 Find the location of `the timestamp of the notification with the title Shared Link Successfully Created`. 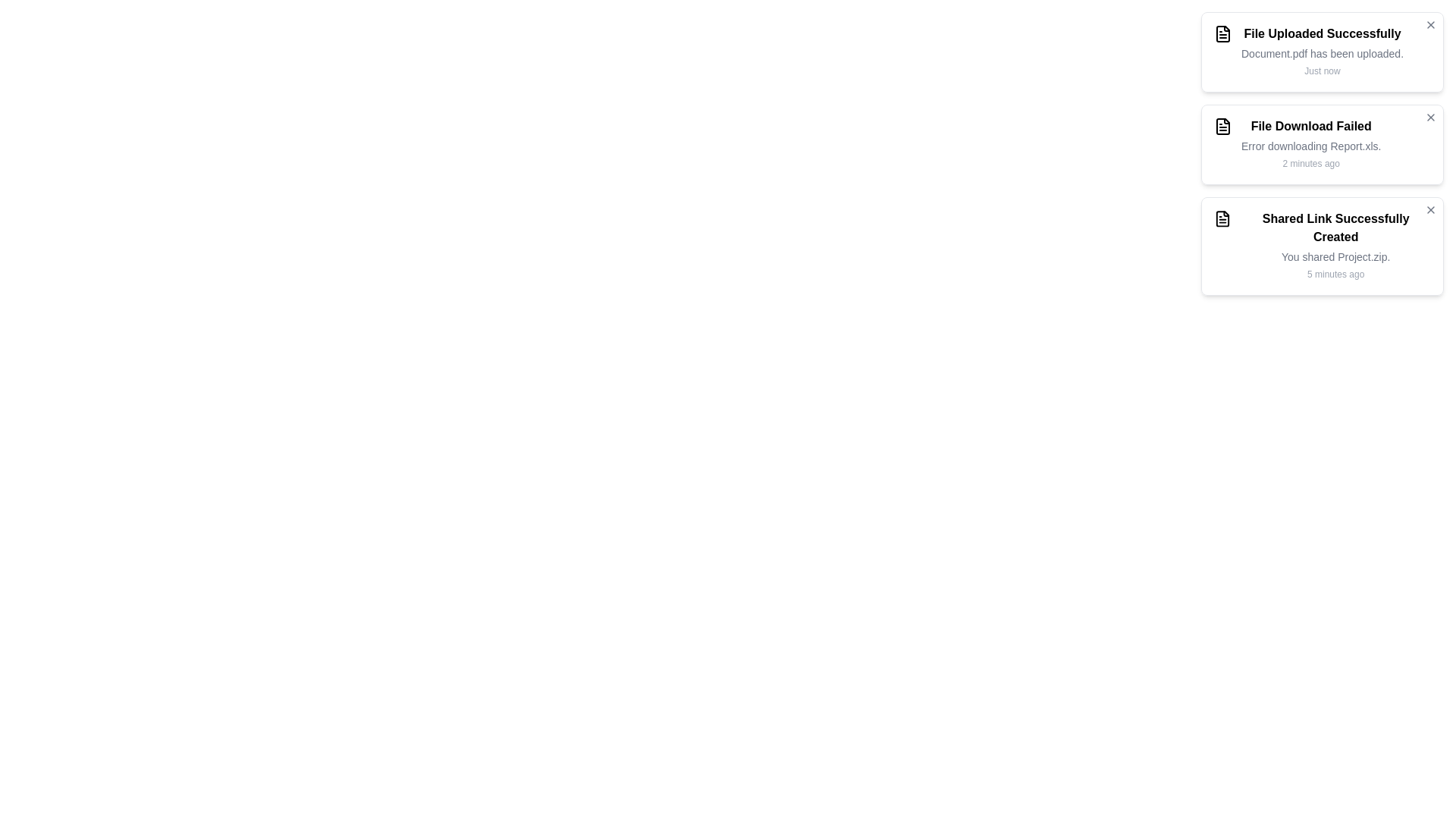

the timestamp of the notification with the title Shared Link Successfully Created is located at coordinates (1335, 275).